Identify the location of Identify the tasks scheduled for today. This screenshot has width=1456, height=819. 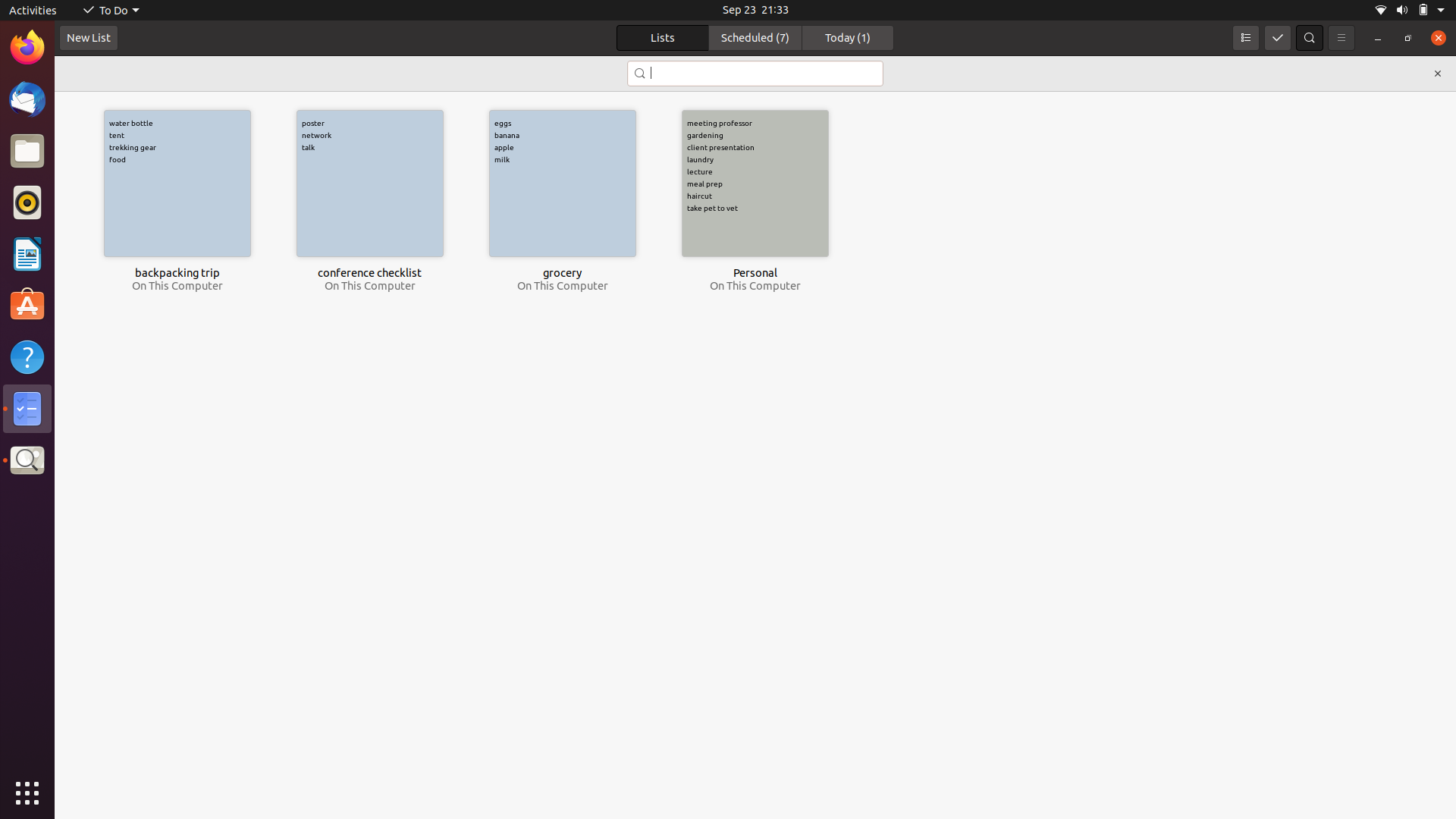
(847, 37).